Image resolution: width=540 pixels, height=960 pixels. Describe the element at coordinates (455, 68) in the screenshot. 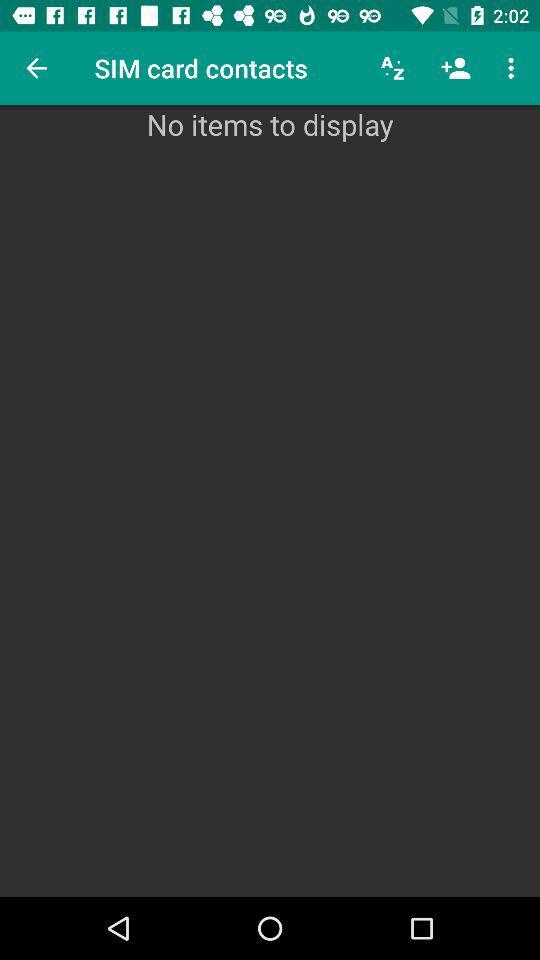

I see `the icon above the no items to icon` at that location.